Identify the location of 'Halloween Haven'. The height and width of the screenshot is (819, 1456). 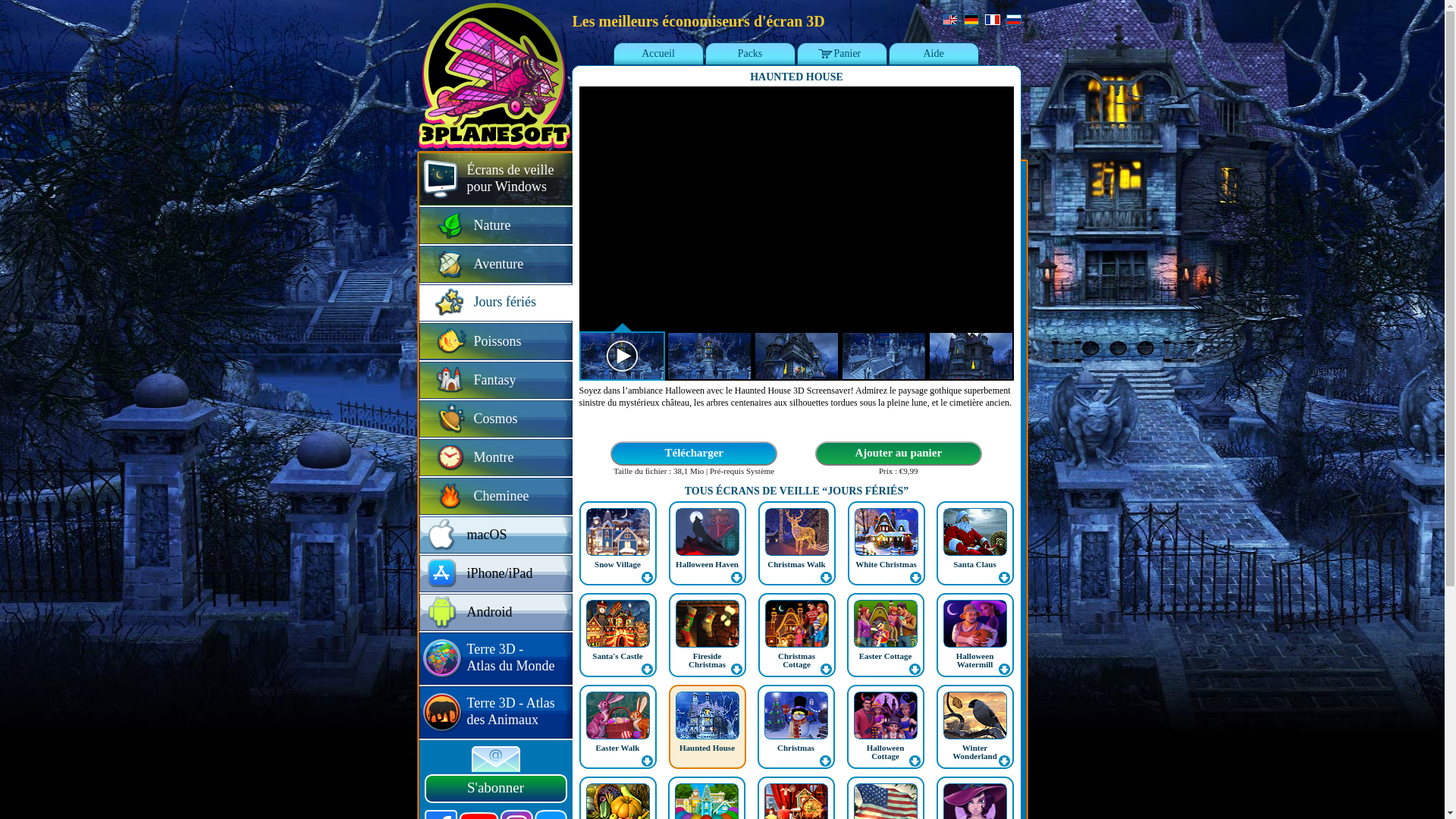
(706, 564).